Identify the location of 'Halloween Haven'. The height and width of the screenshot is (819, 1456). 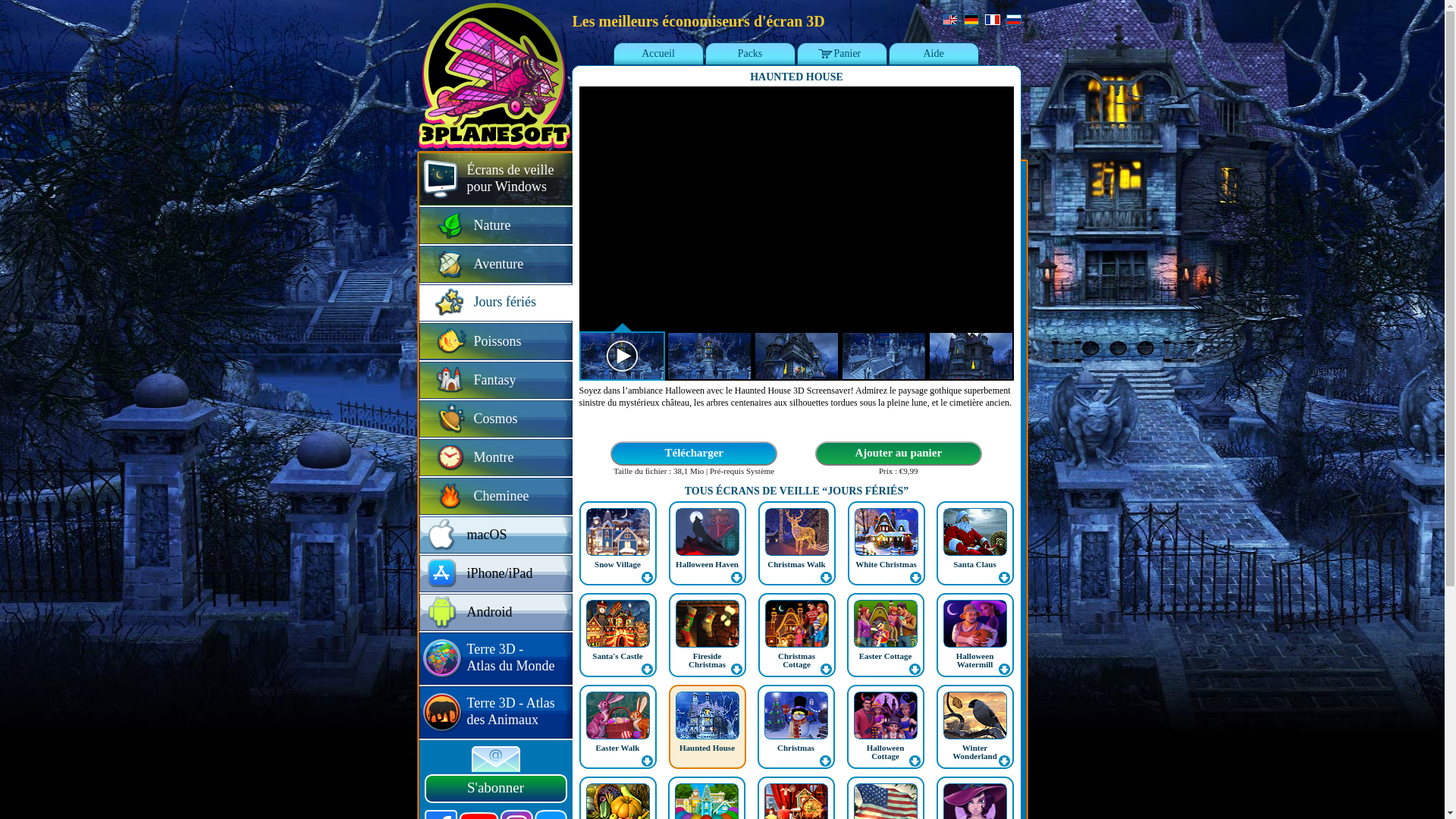
(706, 564).